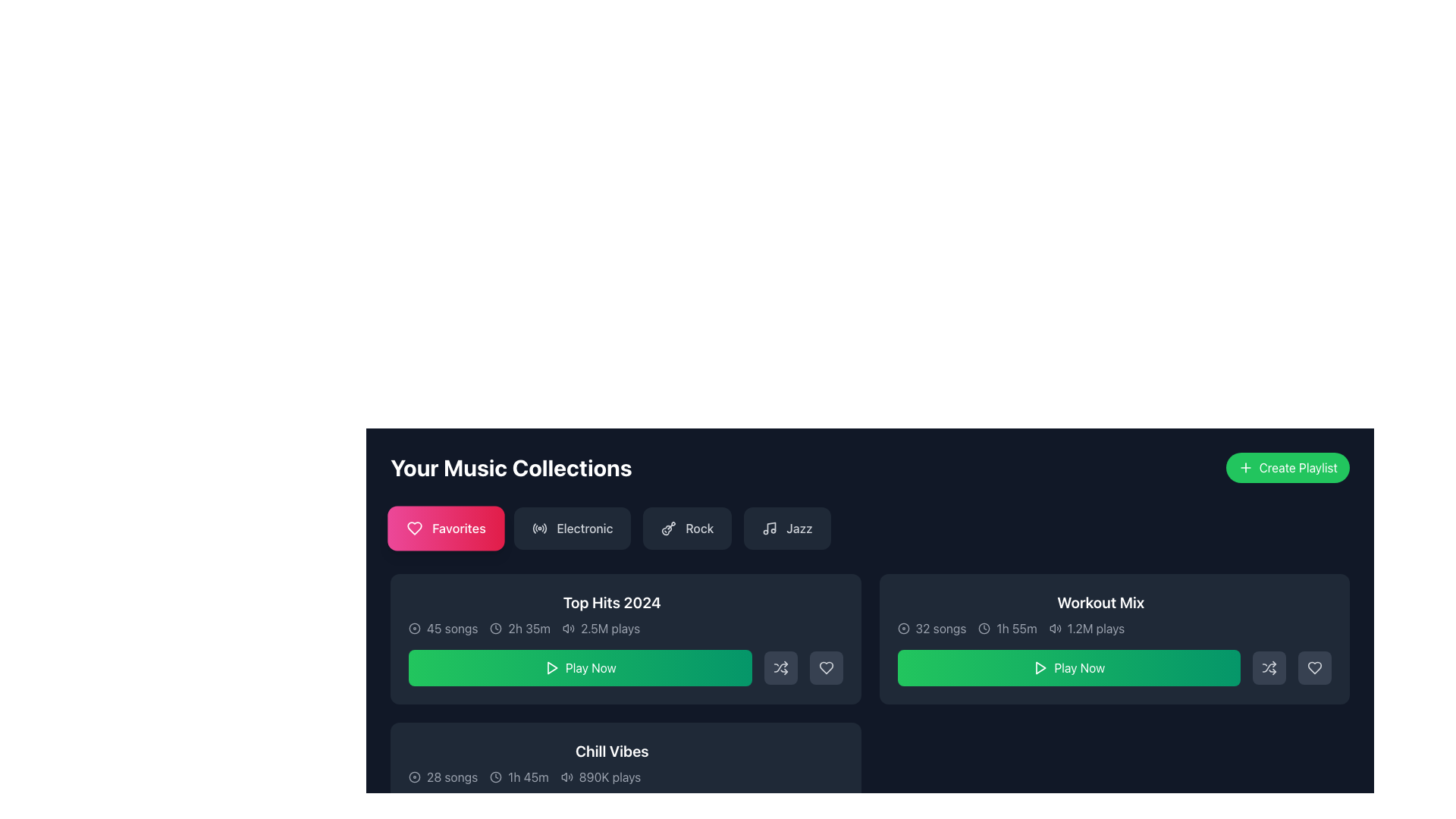  Describe the element at coordinates (799, 528) in the screenshot. I see `the 'Jazz' genre label button` at that location.